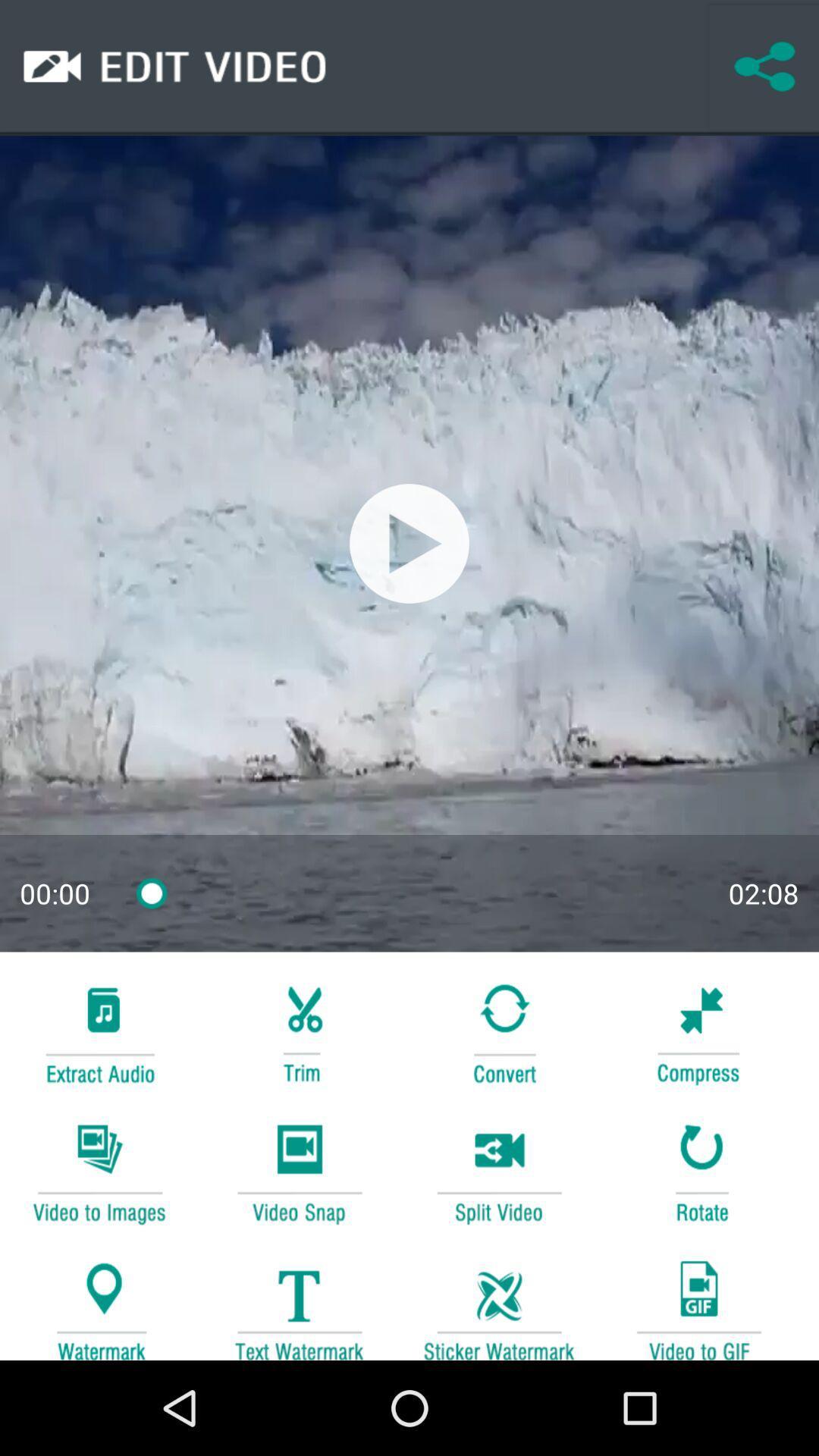 The height and width of the screenshot is (1456, 819). What do you see at coordinates (299, 1171) in the screenshot?
I see `video play button` at bounding box center [299, 1171].